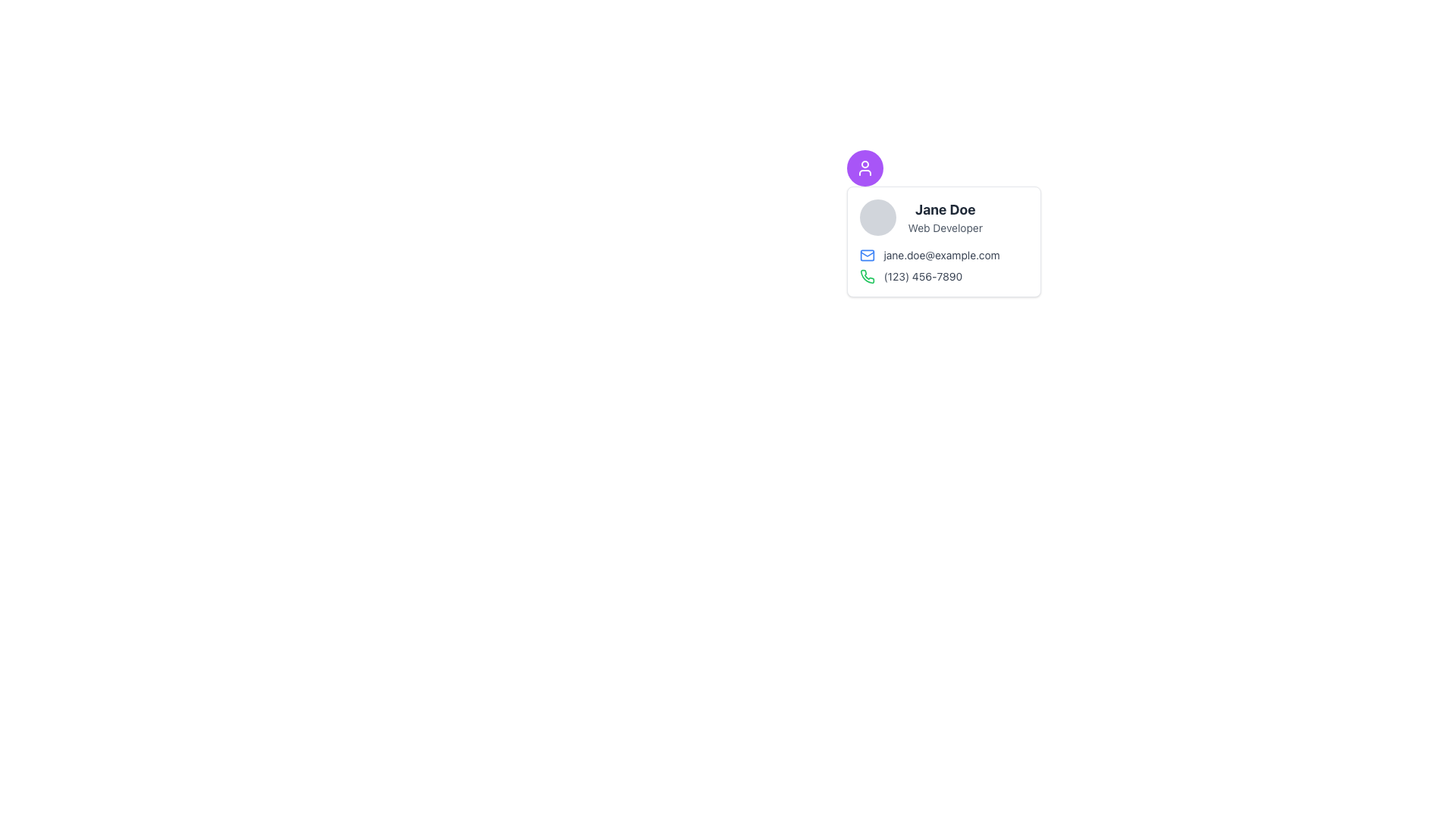 The height and width of the screenshot is (819, 1456). Describe the element at coordinates (943, 217) in the screenshot. I see `the profile name 'Jane Doe' in the Profile Information Display` at that location.